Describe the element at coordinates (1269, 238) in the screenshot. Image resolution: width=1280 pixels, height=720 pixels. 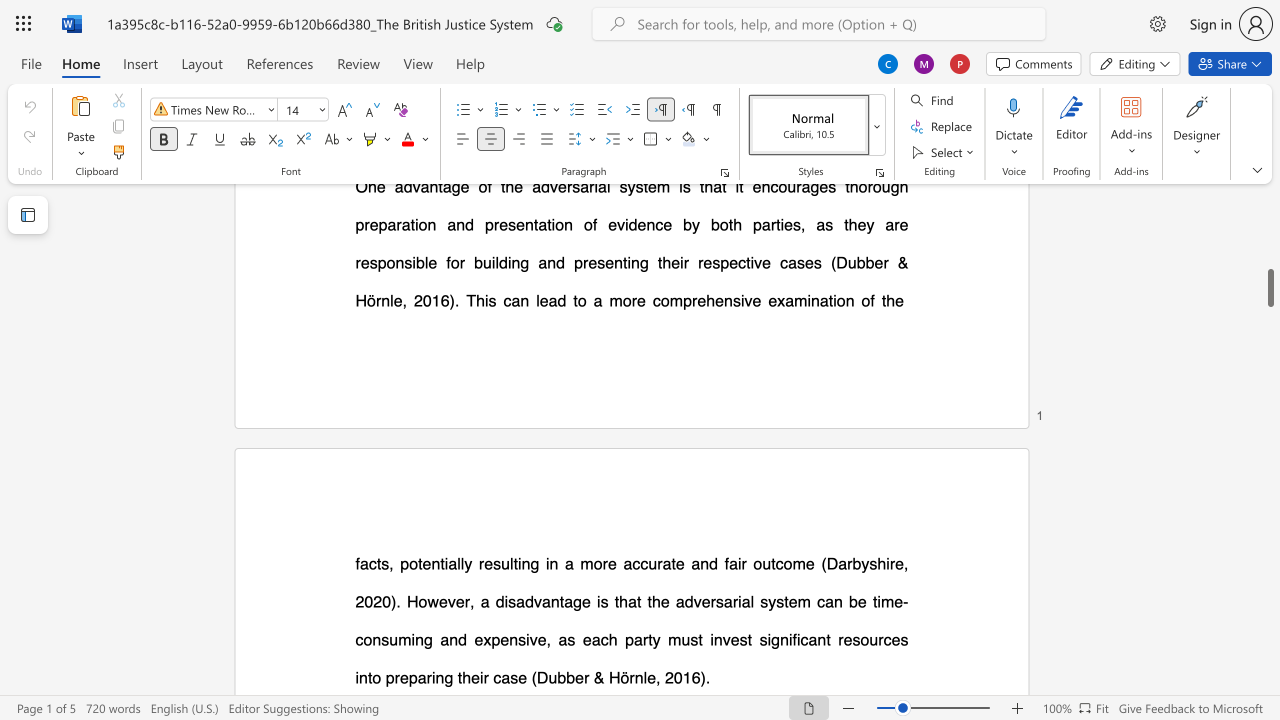
I see `the scrollbar on the right side to scroll the page up` at that location.